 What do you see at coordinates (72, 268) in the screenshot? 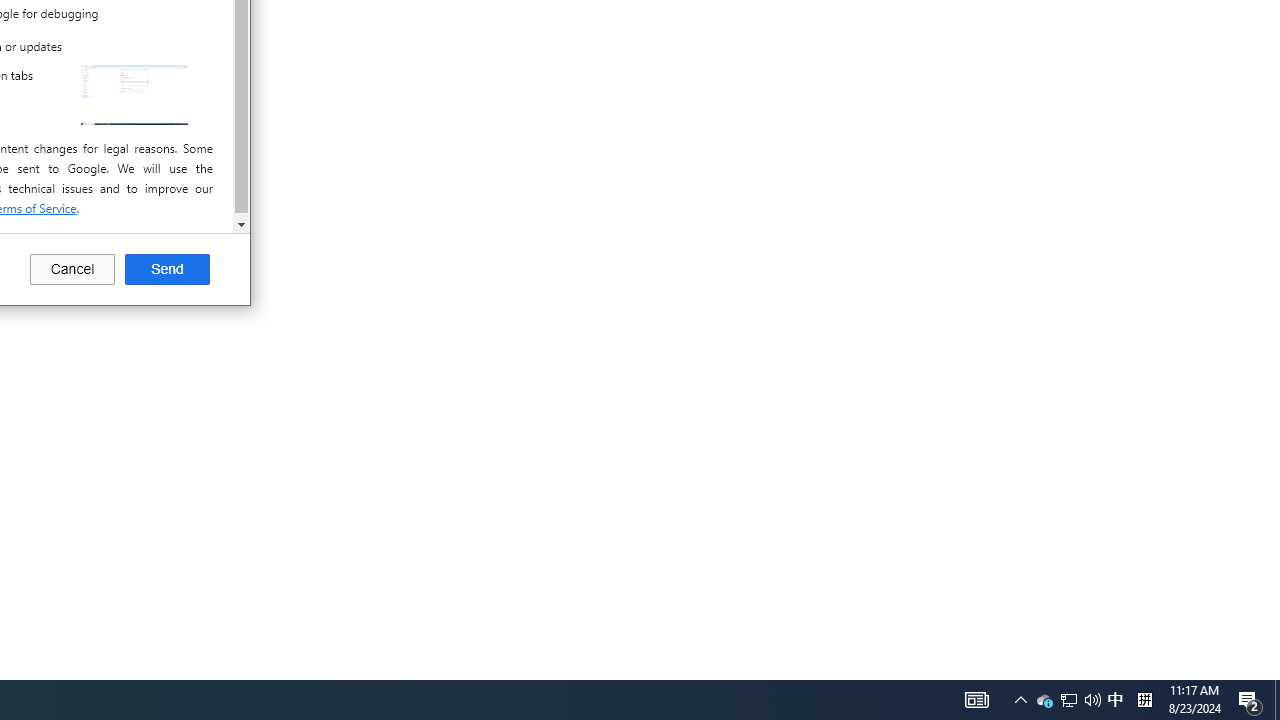
I see `'Cancel'` at bounding box center [72, 268].